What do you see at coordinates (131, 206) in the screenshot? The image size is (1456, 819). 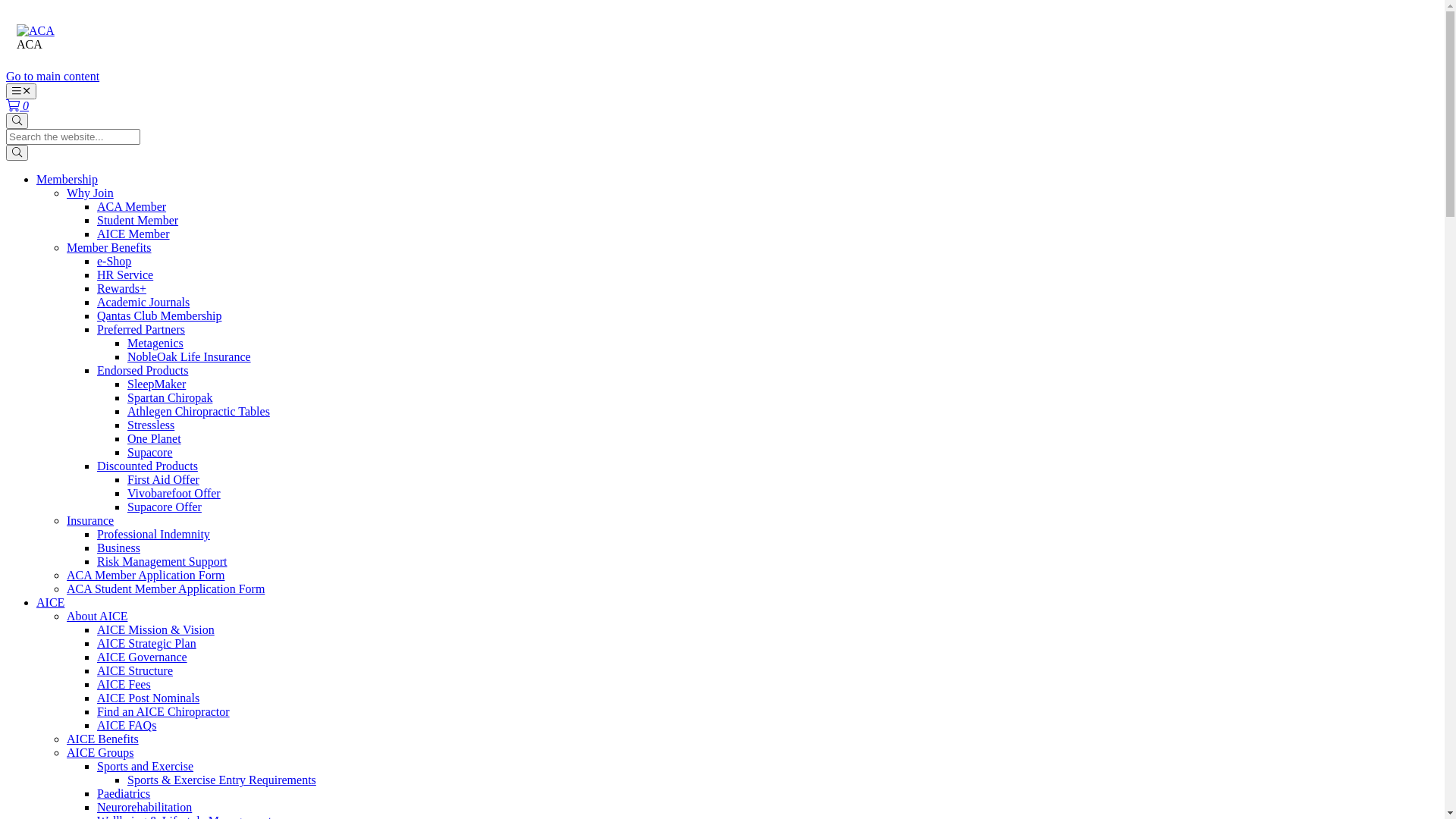 I see `'ACA Member'` at bounding box center [131, 206].